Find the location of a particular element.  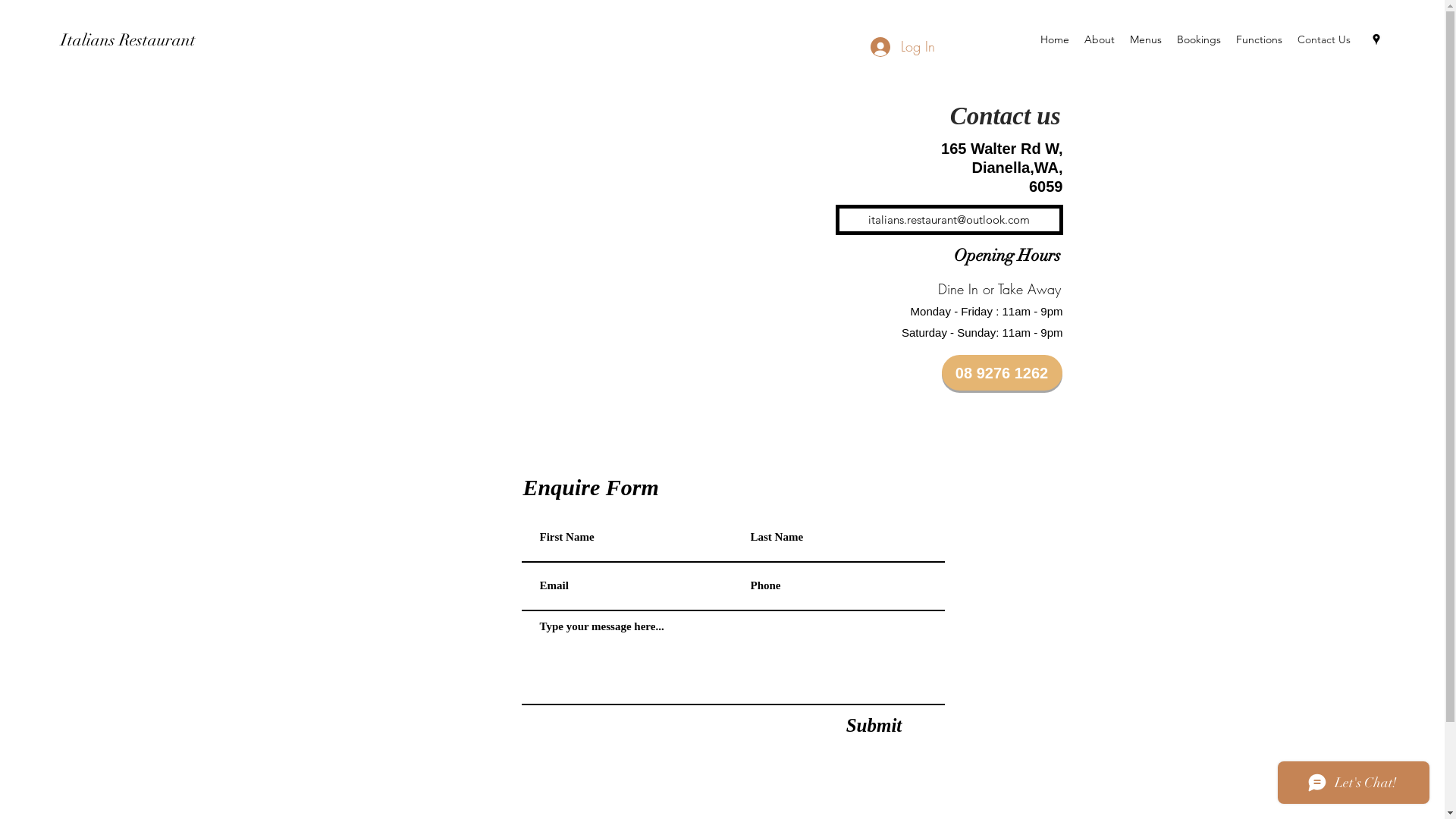

'Bookings' is located at coordinates (1197, 38).